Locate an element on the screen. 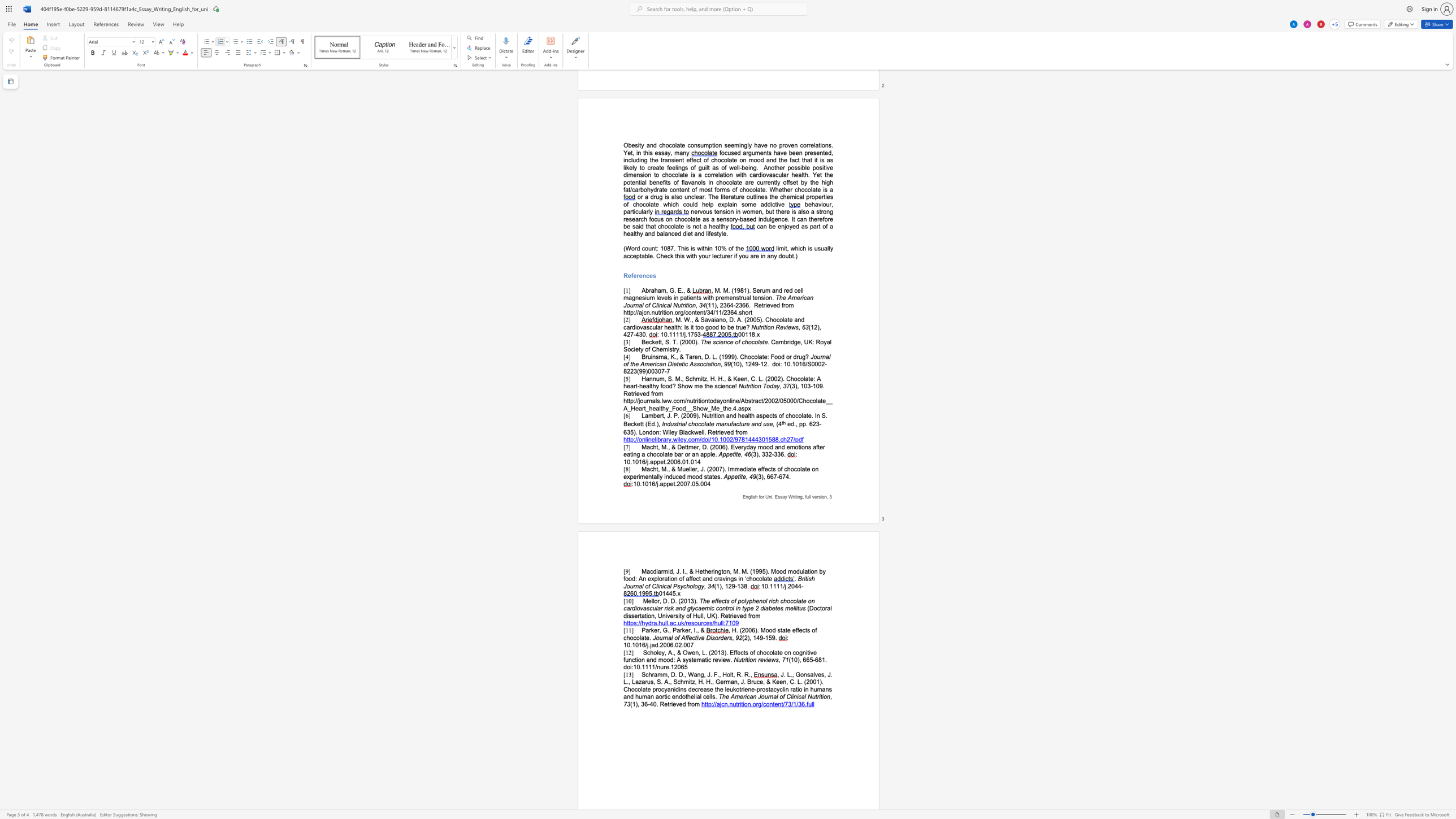  the space between the continuous character "g" and "y" in the text is located at coordinates (700, 586).